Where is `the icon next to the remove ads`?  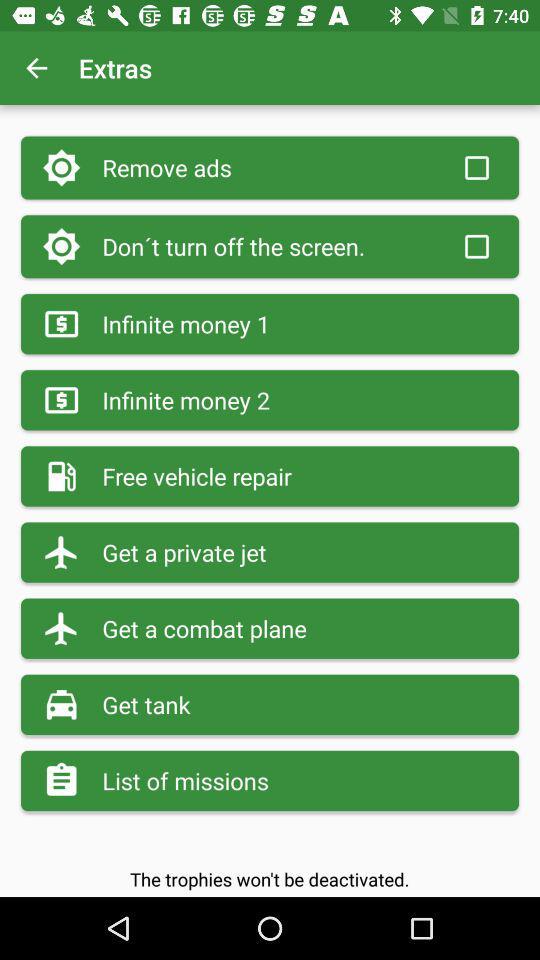
the icon next to the remove ads is located at coordinates (475, 167).